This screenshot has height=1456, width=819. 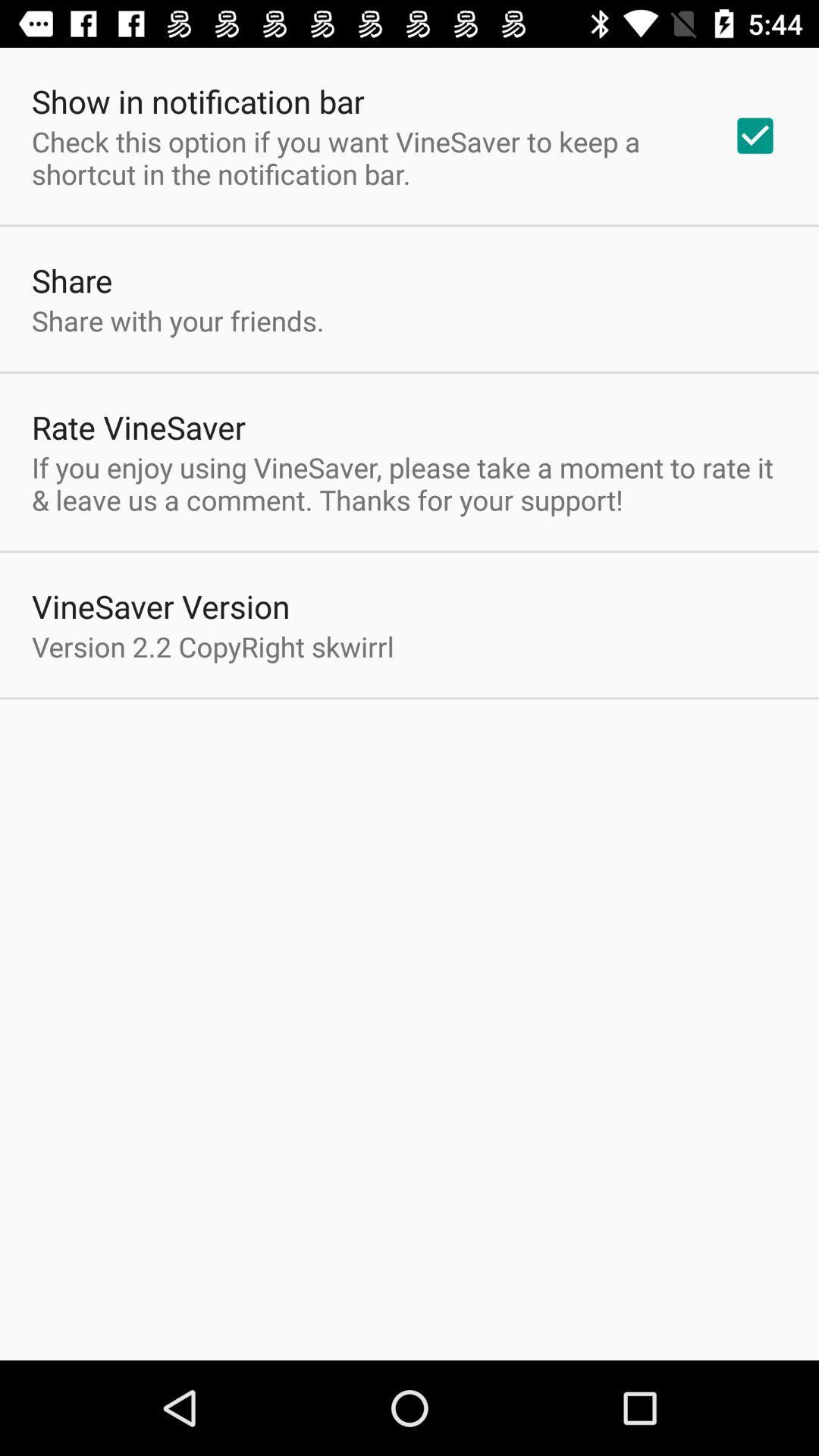 I want to click on check this option app, so click(x=362, y=158).